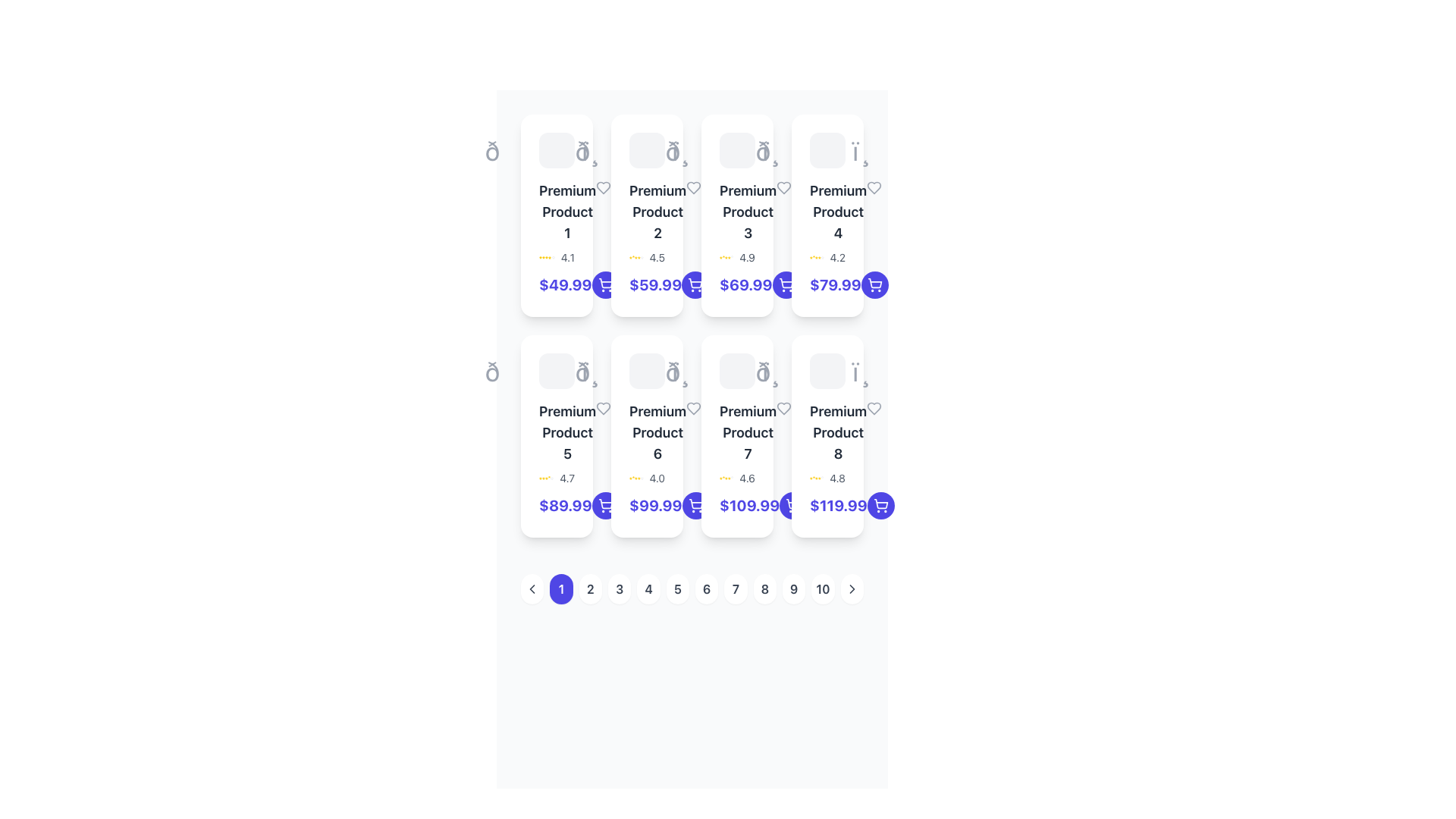 The image size is (1456, 819). I want to click on the product name 'Premium Product 2' displayed on the product display card in the grid layout, which is the second item in the first row, so click(647, 215).